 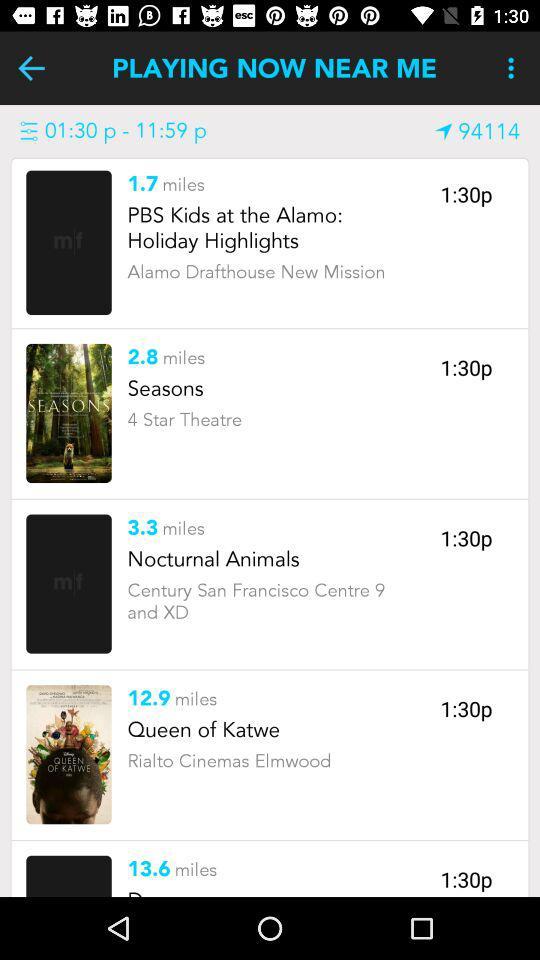 I want to click on item, so click(x=68, y=412).